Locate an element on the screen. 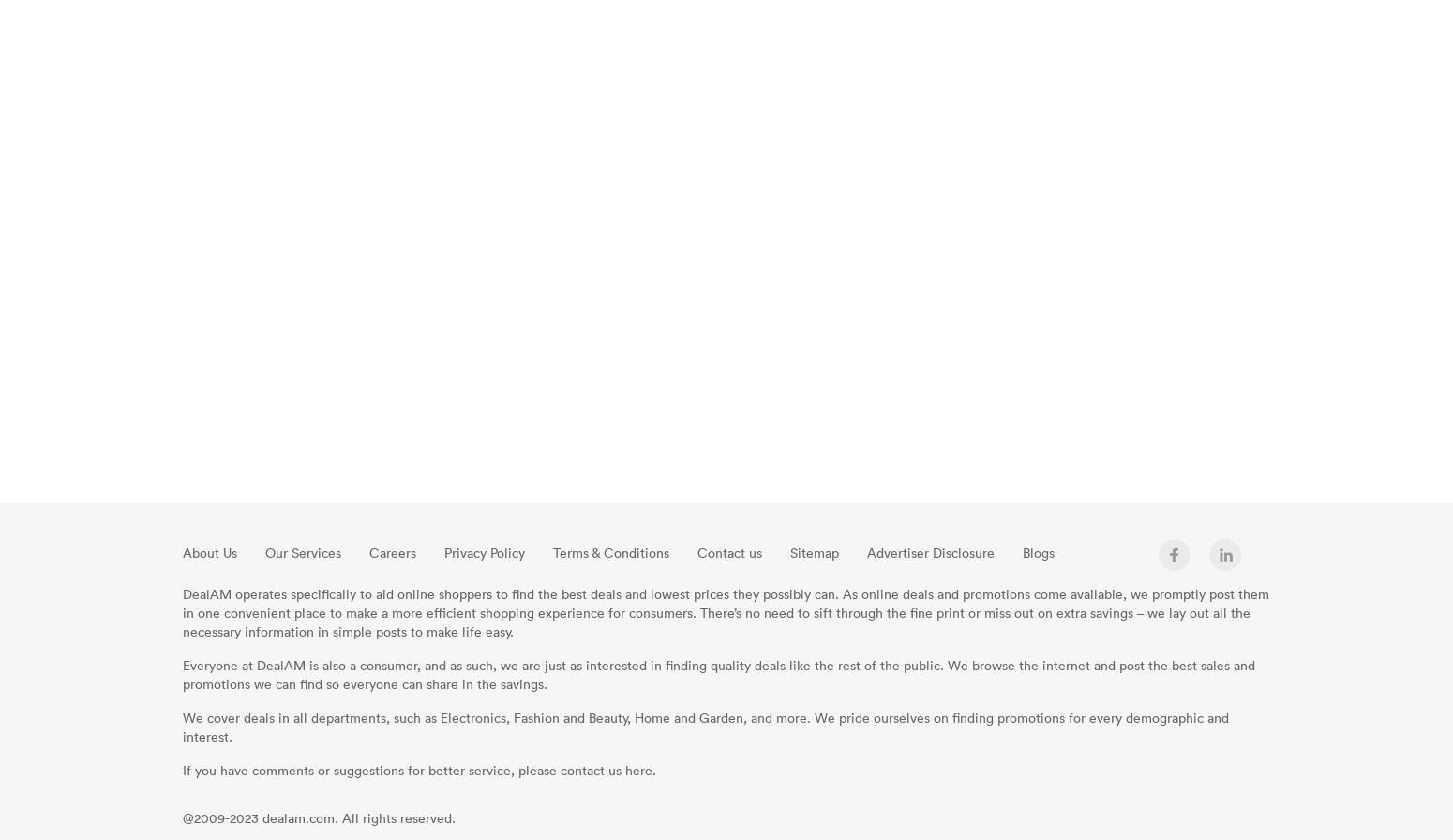 Image resolution: width=1453 pixels, height=840 pixels. 'Our Services' is located at coordinates (302, 552).